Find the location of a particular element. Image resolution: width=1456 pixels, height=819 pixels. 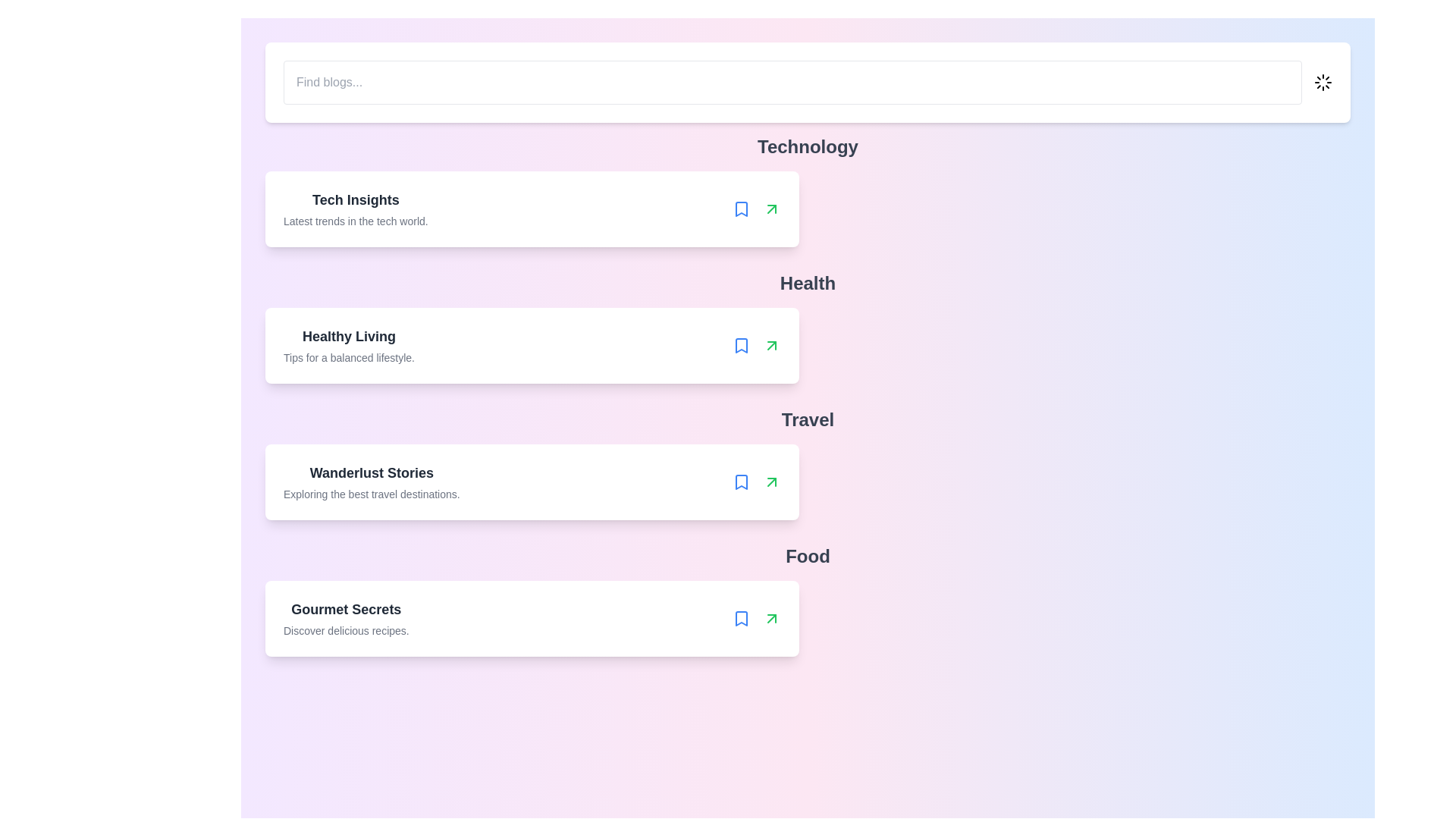

the interactive arrow icon located at the rightmost side of the Technology section card to receive visual feedback is located at coordinates (771, 209).